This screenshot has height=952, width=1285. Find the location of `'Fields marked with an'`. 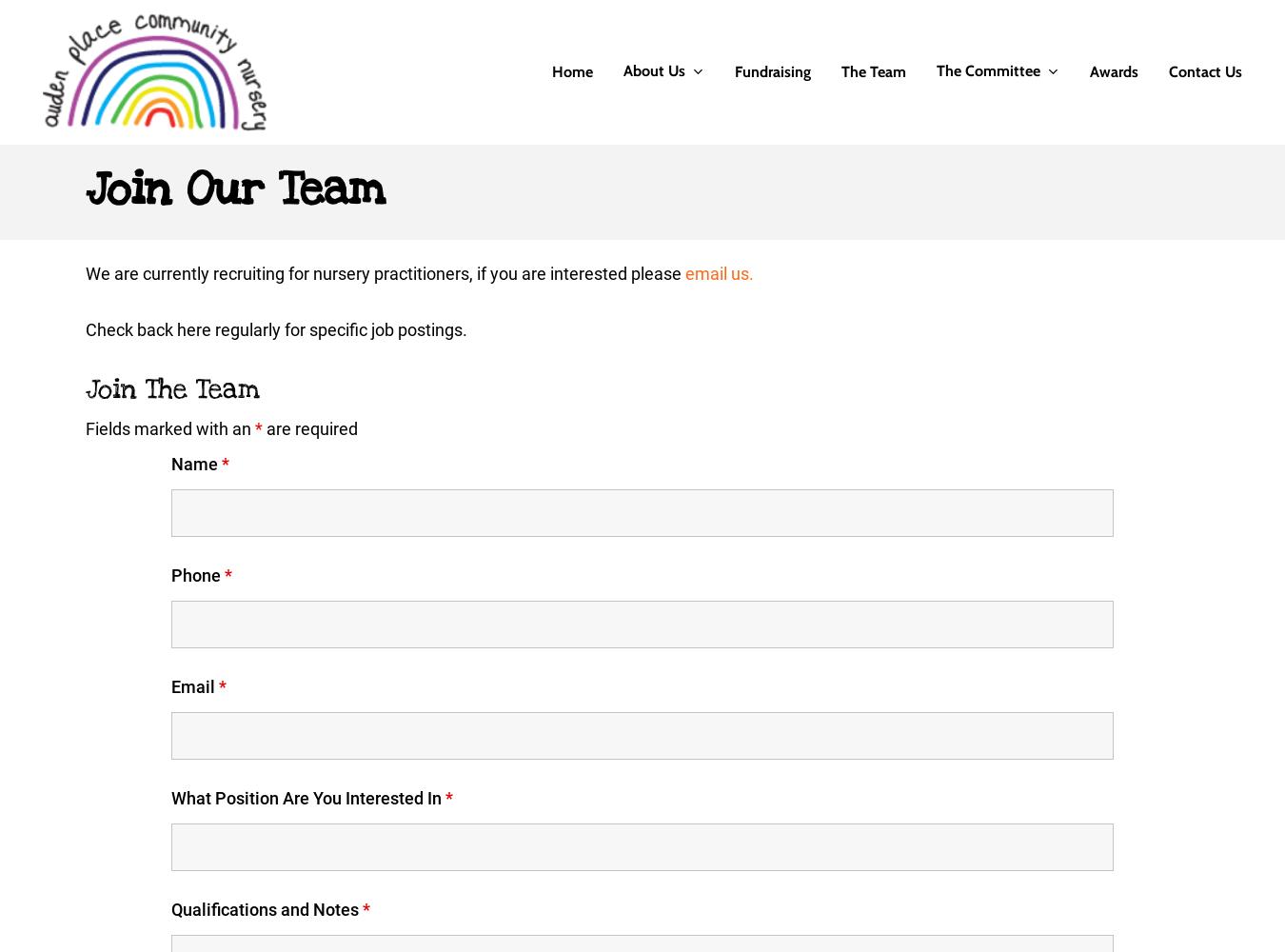

'Fields marked with an' is located at coordinates (85, 427).